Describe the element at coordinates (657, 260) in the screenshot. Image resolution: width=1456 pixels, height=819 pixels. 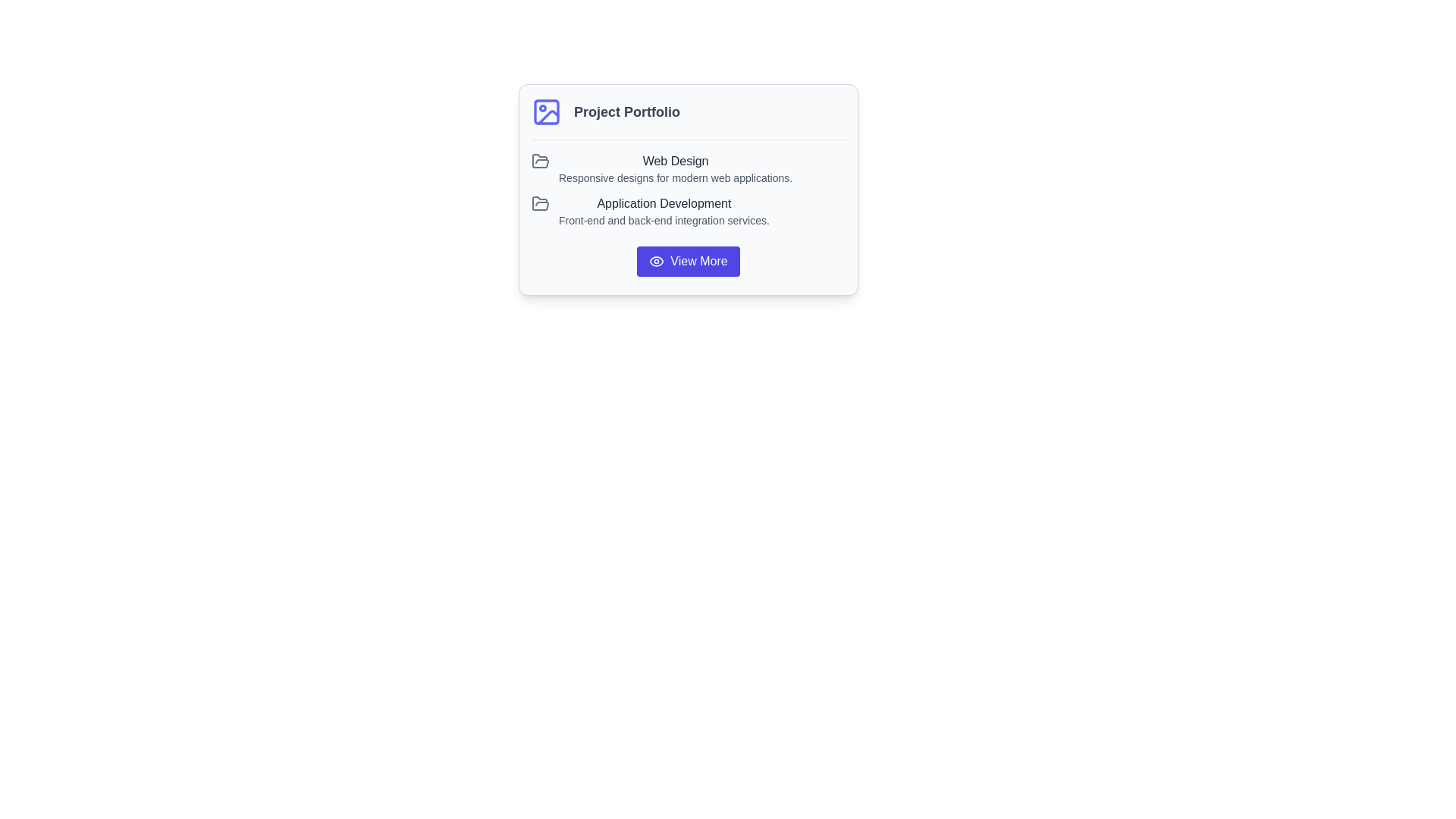
I see `the eye icon outline represented by the SVG graphical component within the 'Project Portfolio' card` at that location.